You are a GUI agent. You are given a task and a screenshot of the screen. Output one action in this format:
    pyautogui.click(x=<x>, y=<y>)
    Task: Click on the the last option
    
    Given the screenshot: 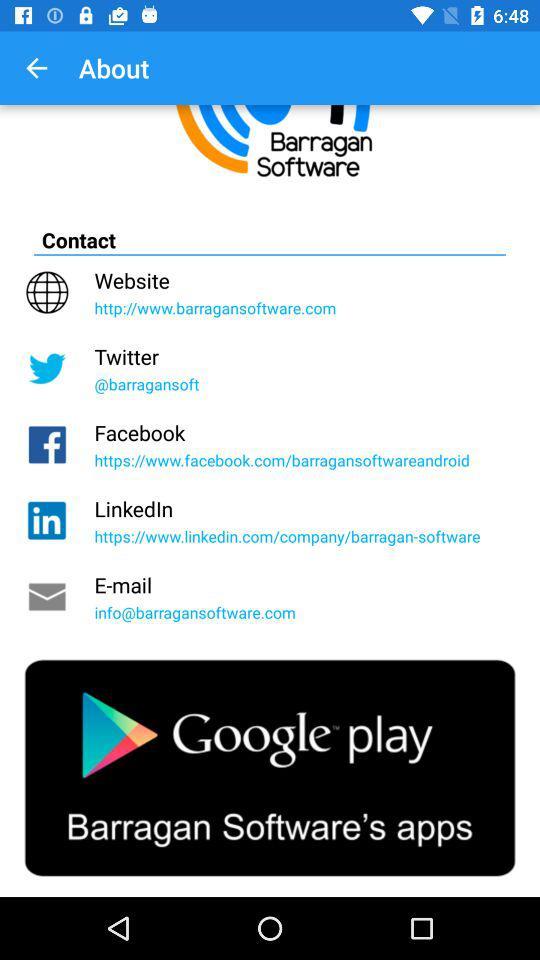 What is the action you would take?
    pyautogui.click(x=270, y=767)
    